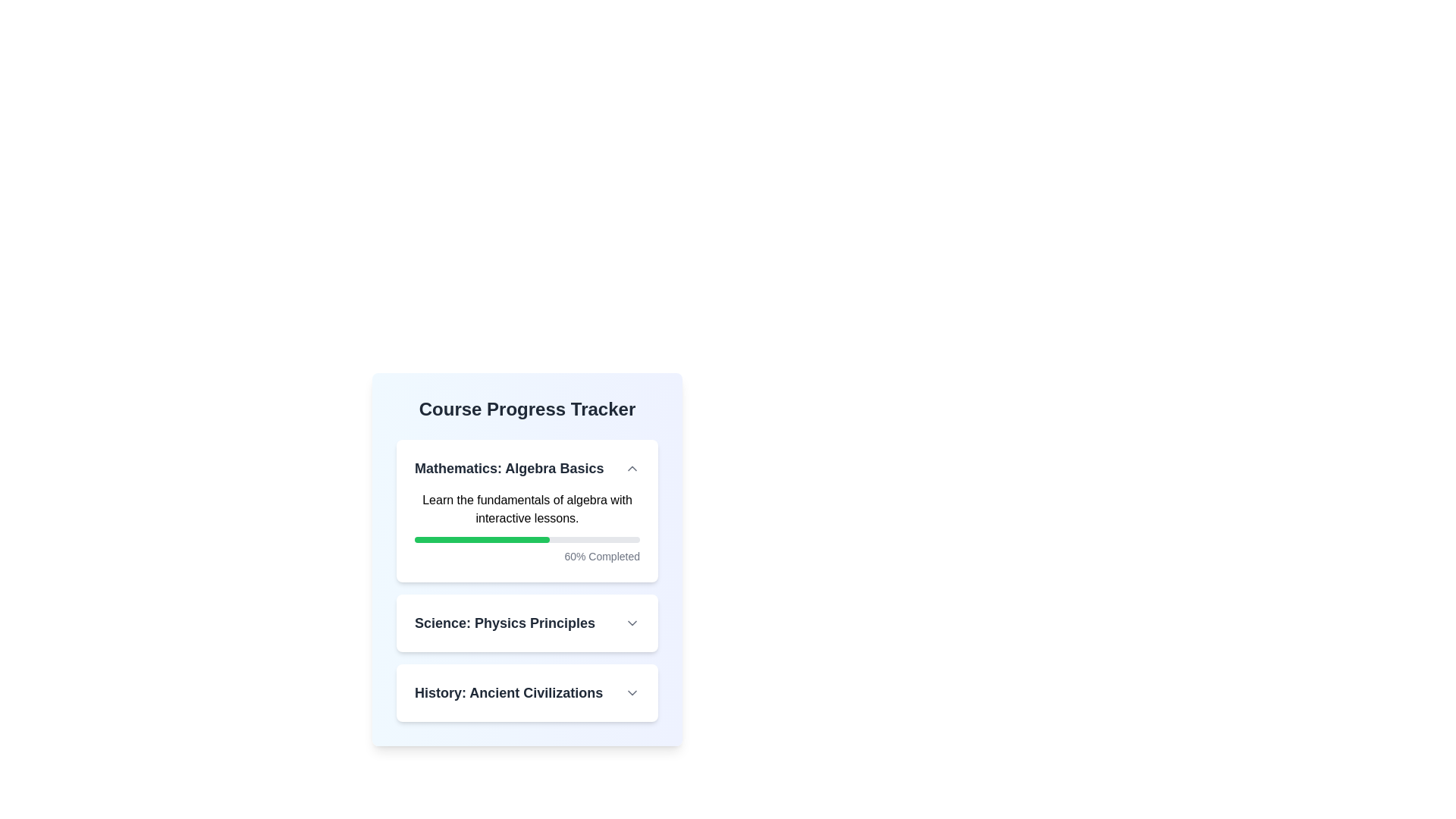 The image size is (1456, 819). Describe the element at coordinates (527, 539) in the screenshot. I see `the horizontal progress bar indicating 60% completion, located below the 'Learn the fundamentals of algebra with interactive lessons.' text in the 'Mathematics: Algebra Basics' subsection of the 'Course Progress Tracker' interface` at that location.